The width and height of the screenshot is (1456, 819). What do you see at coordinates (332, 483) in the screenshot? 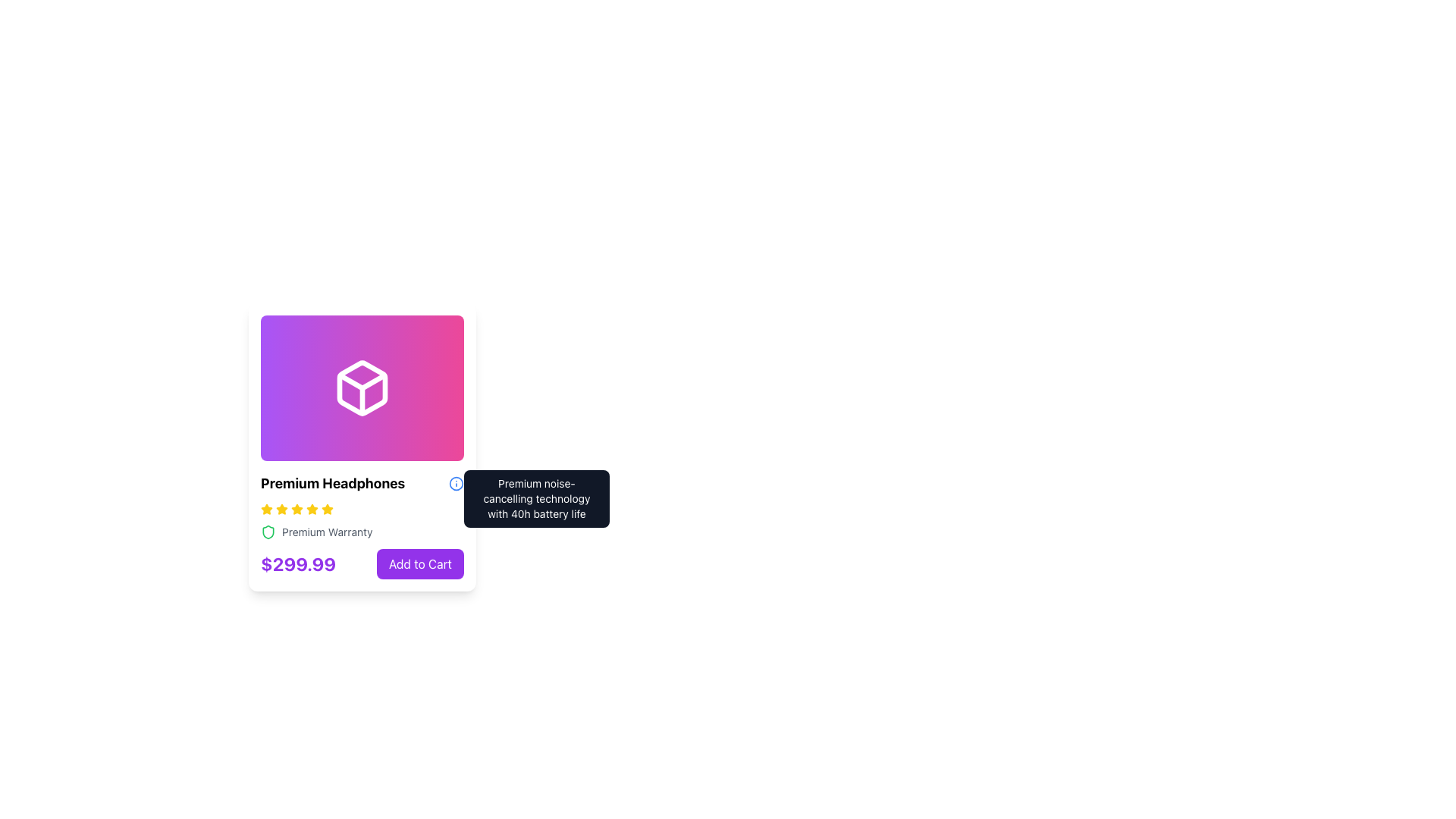
I see `the product title text element for 'Premium Headphones', which is located in the center of the card layout above the product features description` at bounding box center [332, 483].